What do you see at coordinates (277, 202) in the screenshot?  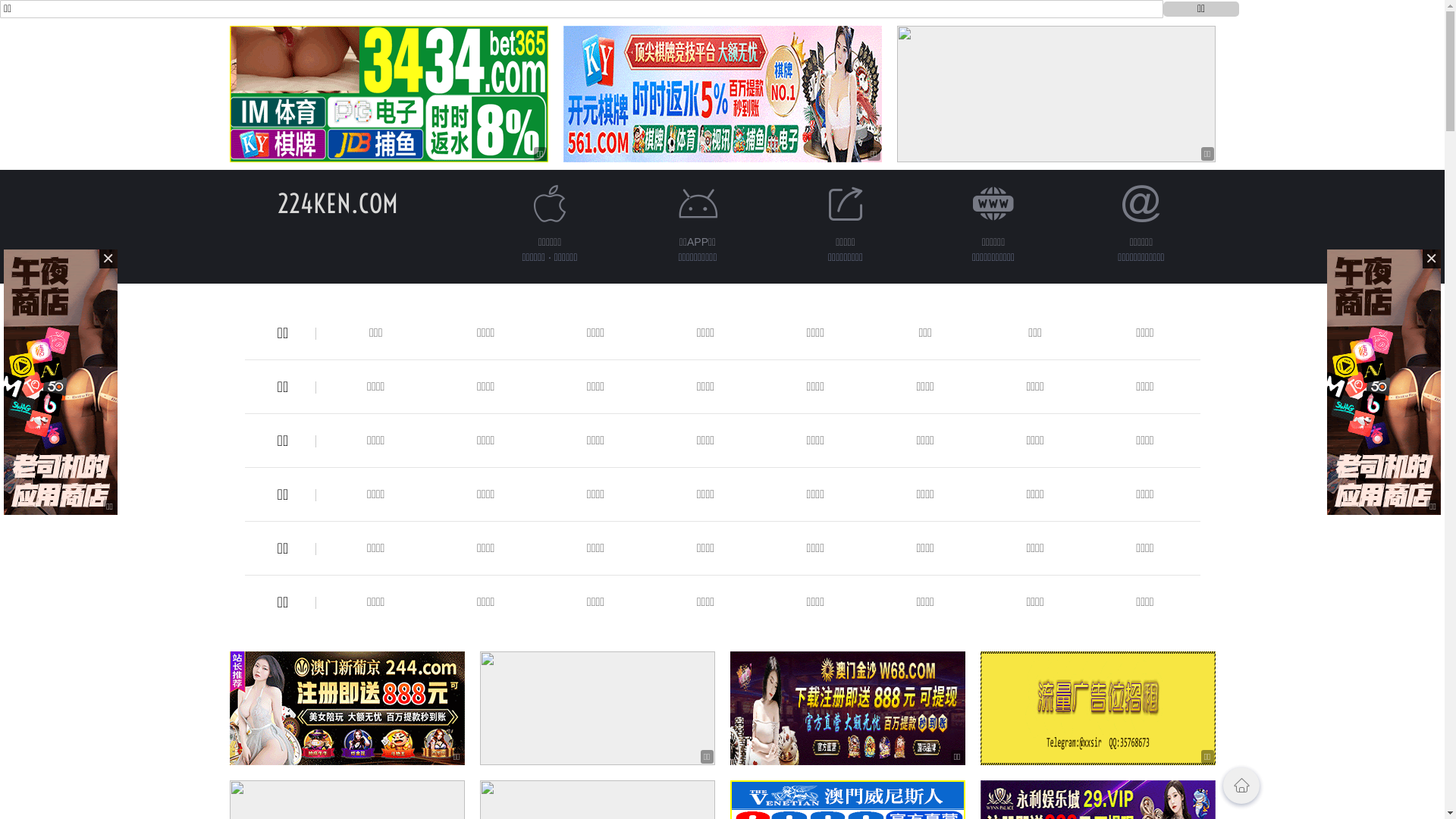 I see `'224KEN.COM'` at bounding box center [277, 202].